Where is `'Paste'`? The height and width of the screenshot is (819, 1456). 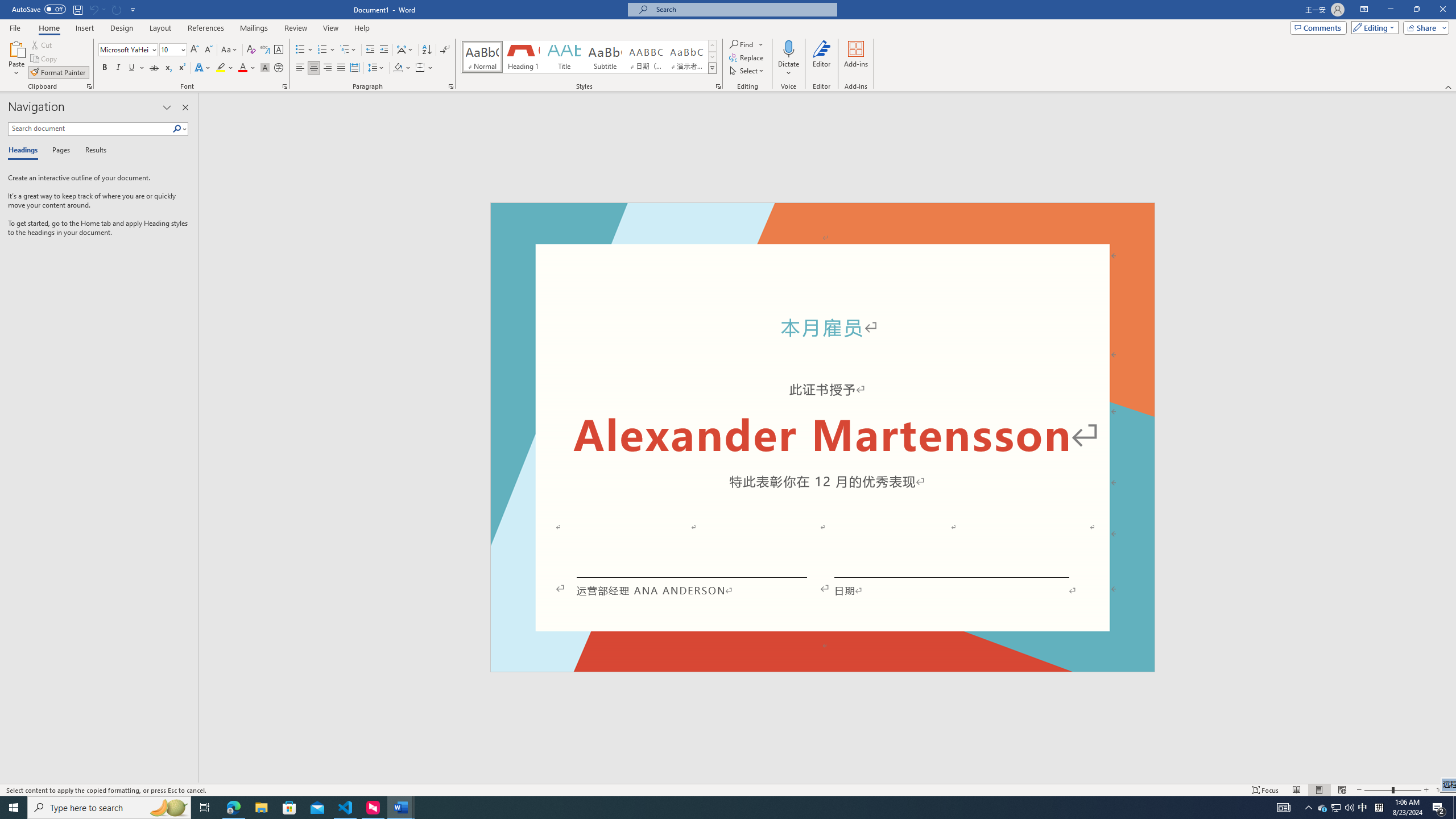 'Paste' is located at coordinates (16, 48).